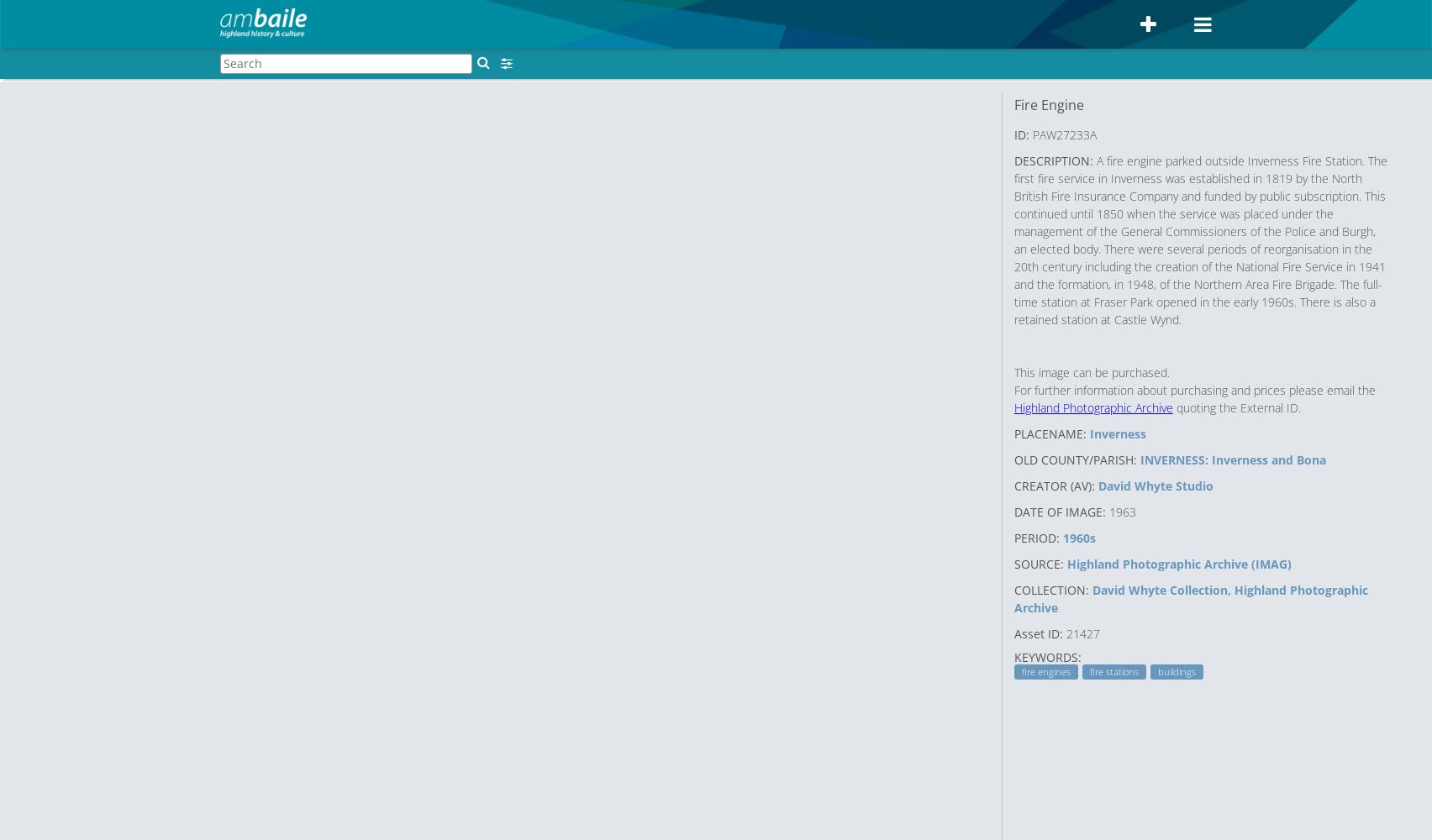 This screenshot has width=1432, height=840. I want to click on '1963', so click(1108, 510).